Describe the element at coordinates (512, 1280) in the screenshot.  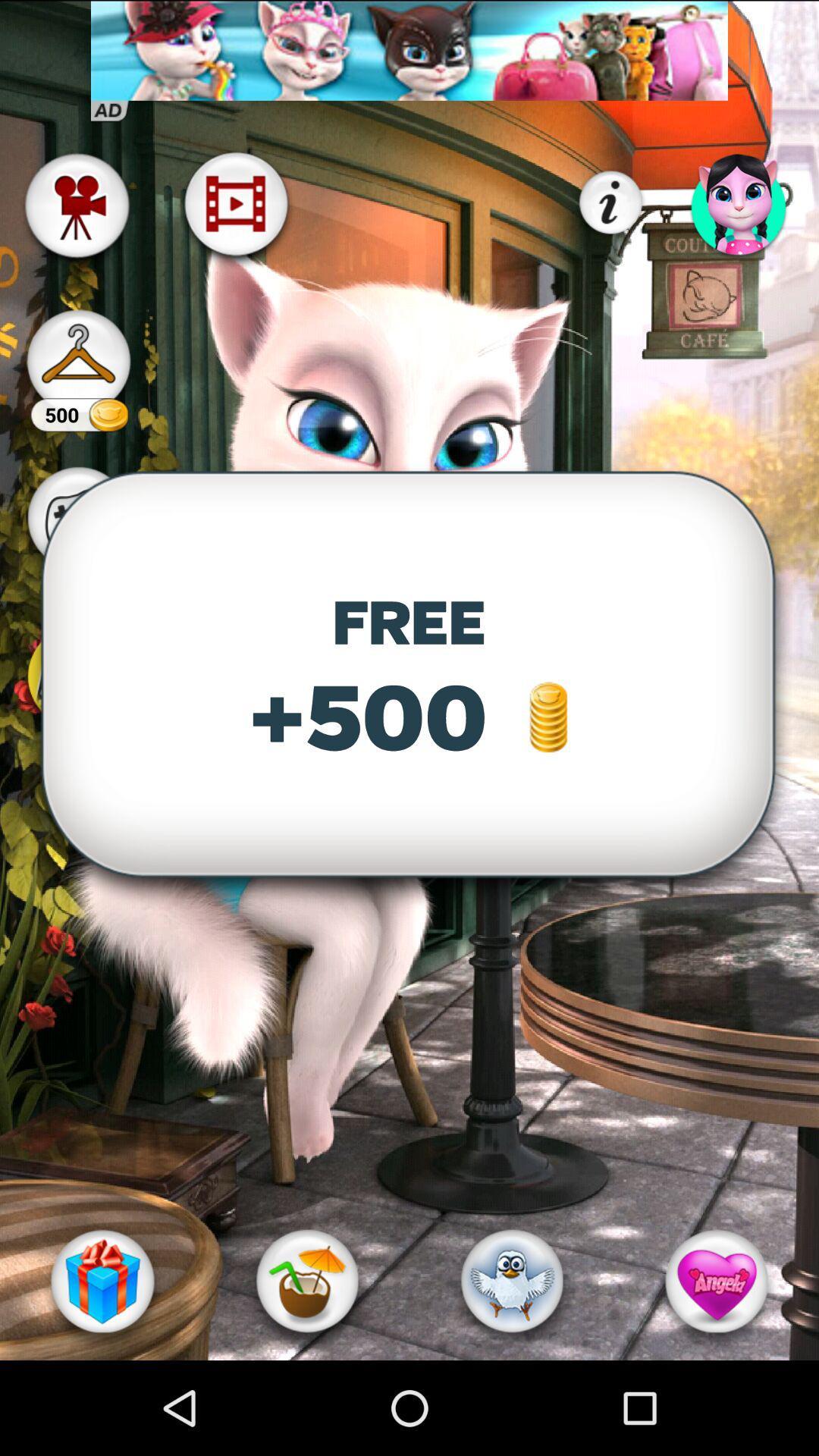
I see `the third icon which is in the bottom` at that location.